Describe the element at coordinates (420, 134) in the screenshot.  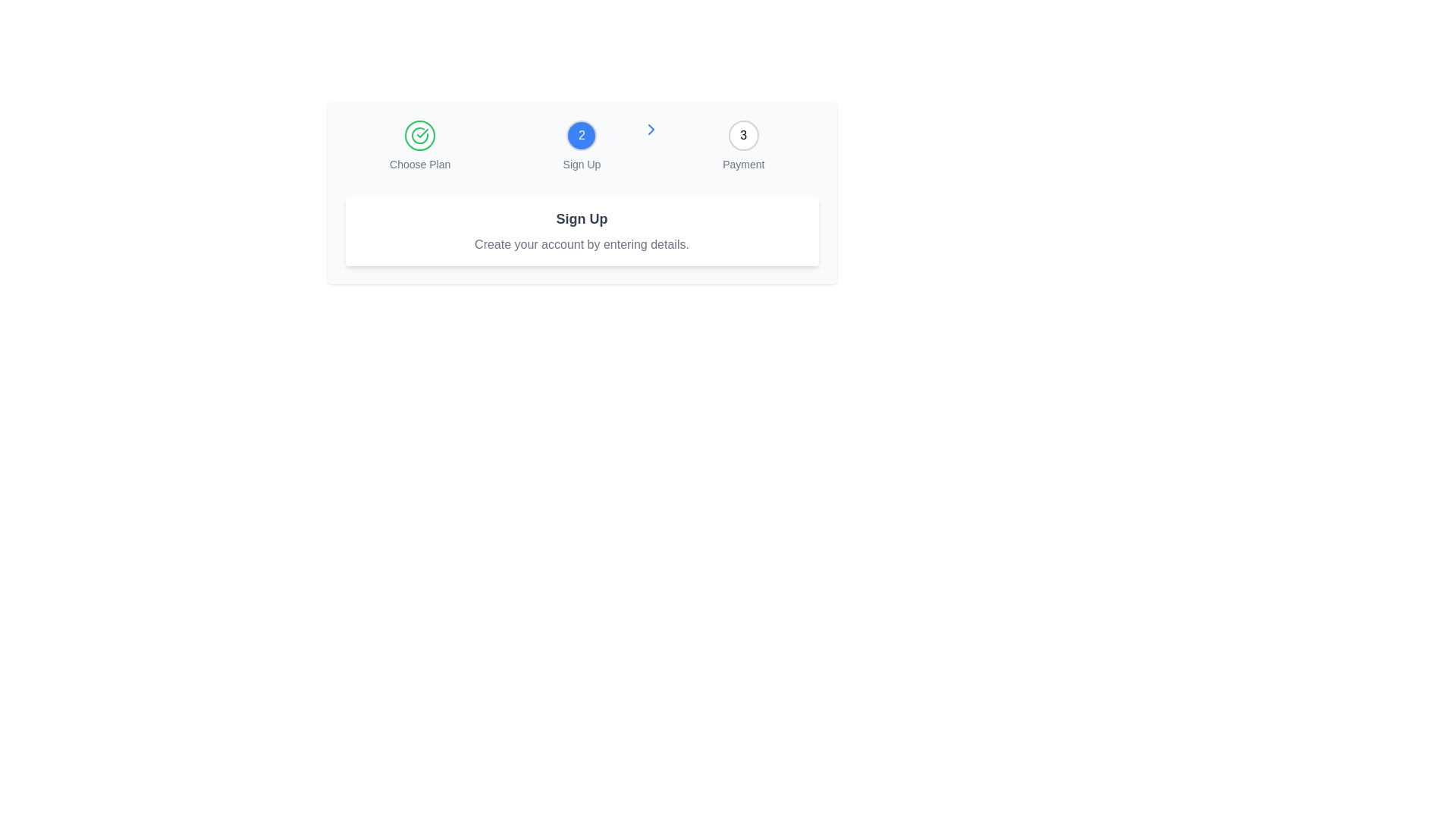
I see `the checkmark icon within the circular green border located in the top progress navigation bar, above the 'Choose Plan' text` at that location.